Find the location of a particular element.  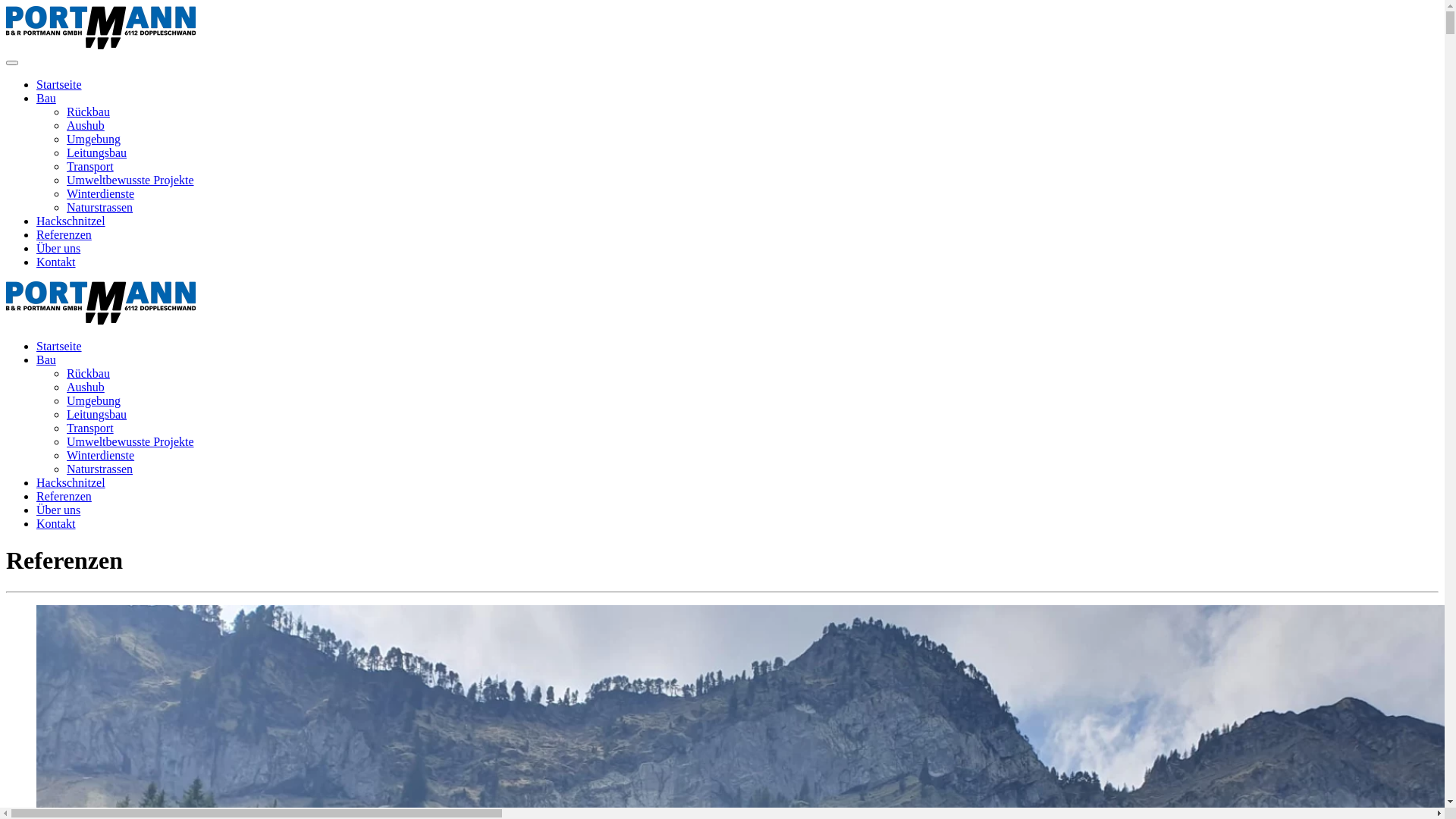

'Bau' is located at coordinates (46, 359).